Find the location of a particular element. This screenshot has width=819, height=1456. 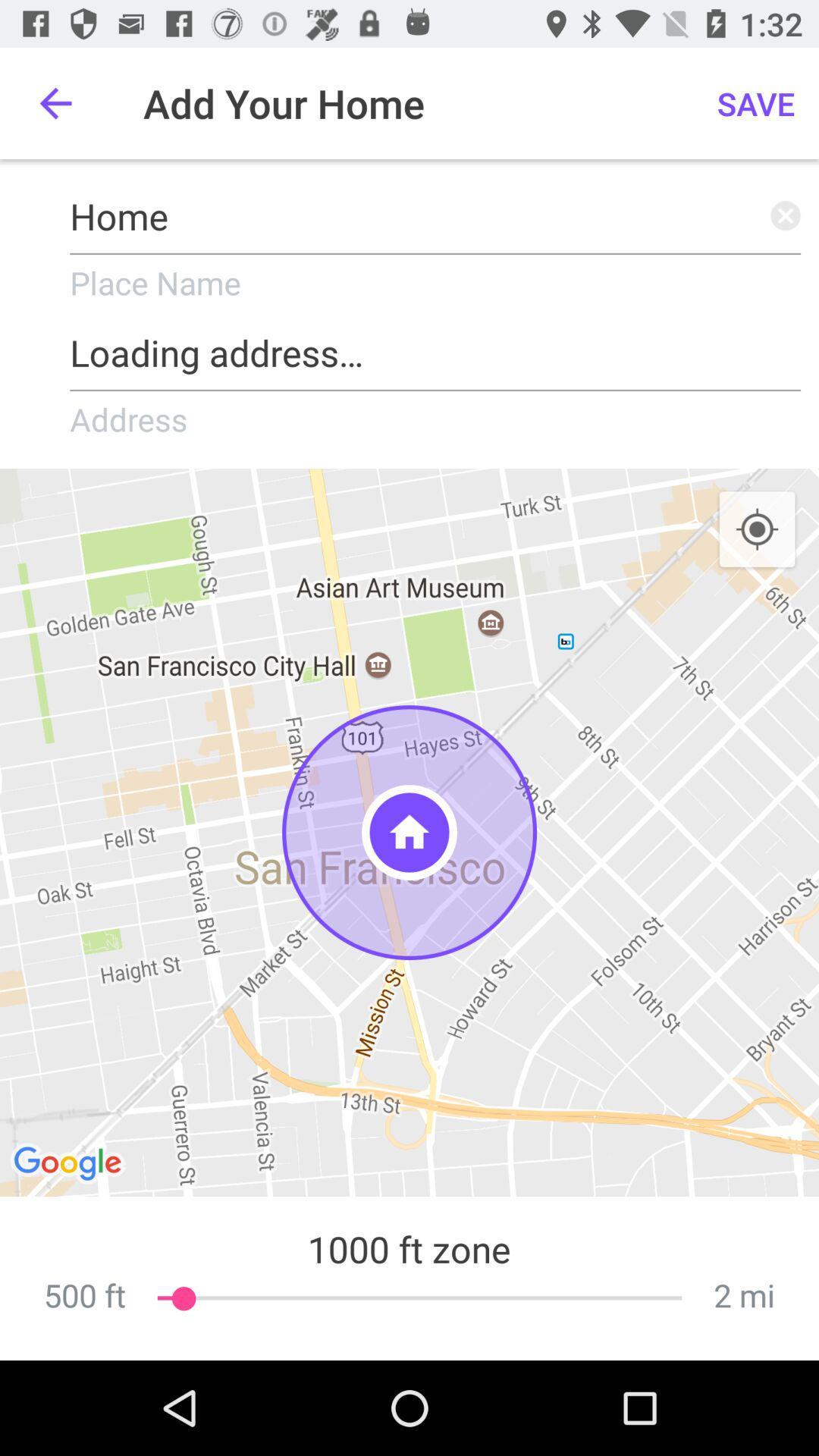

the icon on the right is located at coordinates (757, 530).